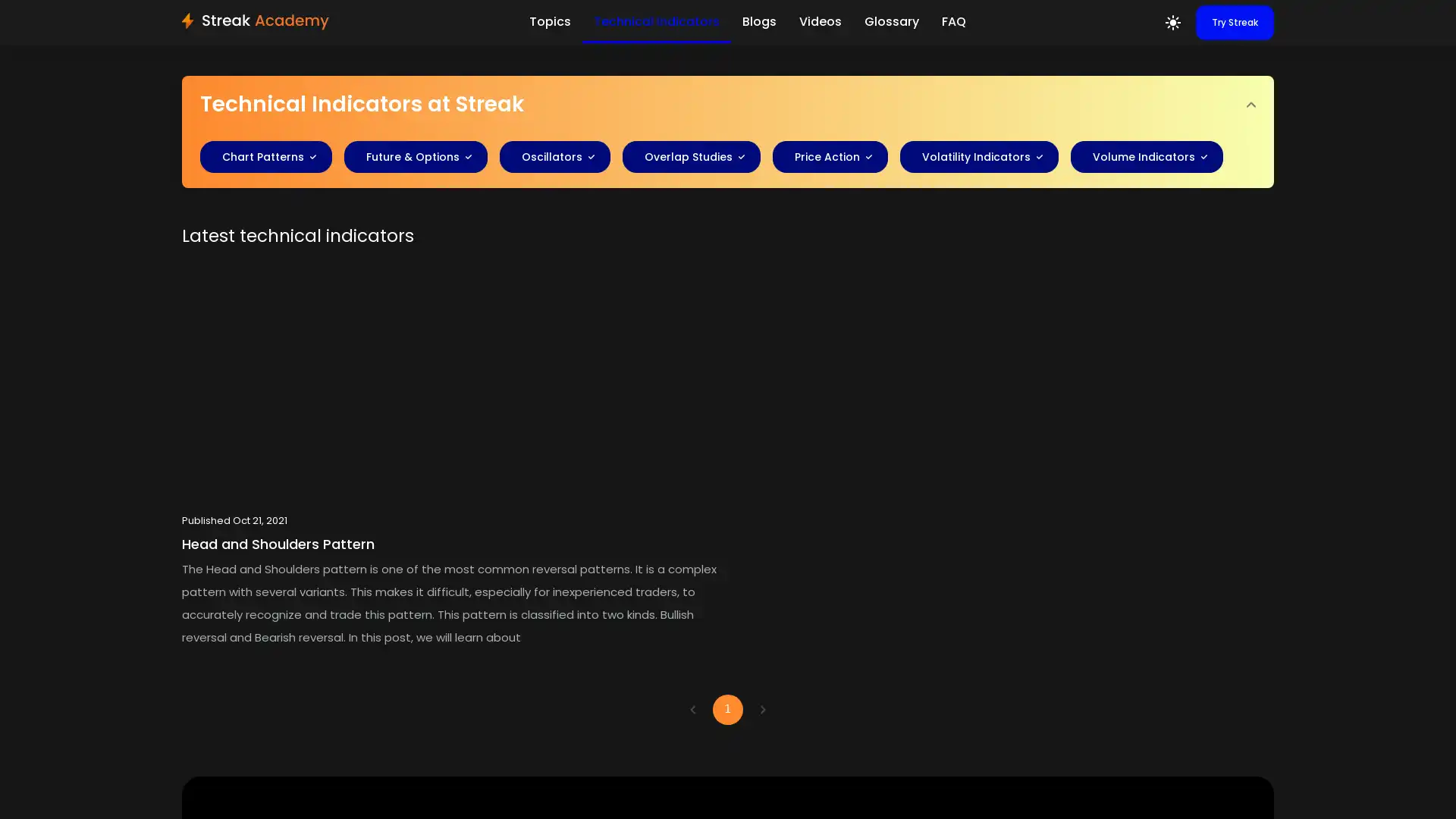 Image resolution: width=1456 pixels, height=819 pixels. What do you see at coordinates (548, 157) in the screenshot?
I see `Oscillators` at bounding box center [548, 157].